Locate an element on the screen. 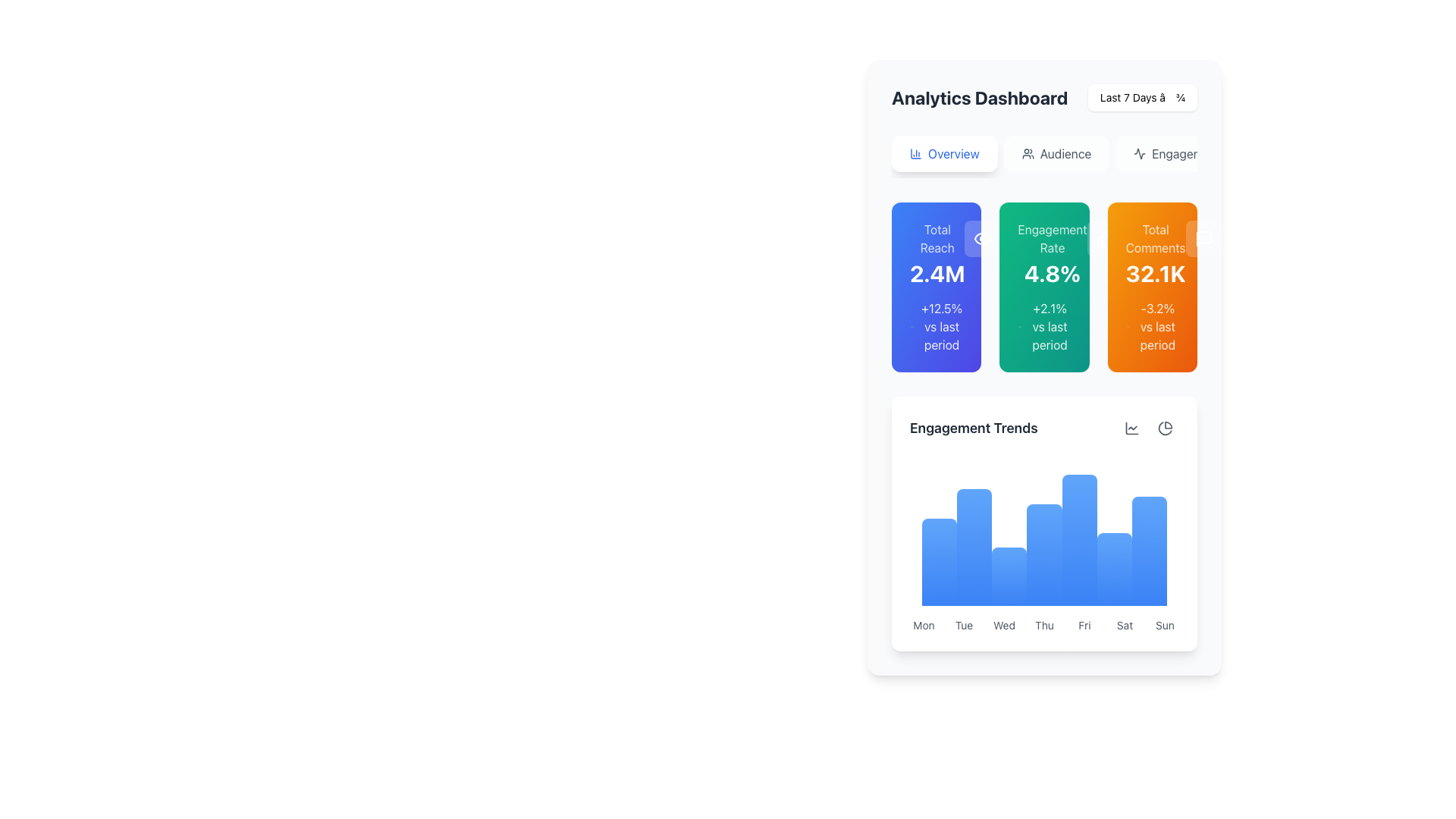  the eye icon button with a rounded rectangular box that has a white semi-transparent background is located at coordinates (983, 239).